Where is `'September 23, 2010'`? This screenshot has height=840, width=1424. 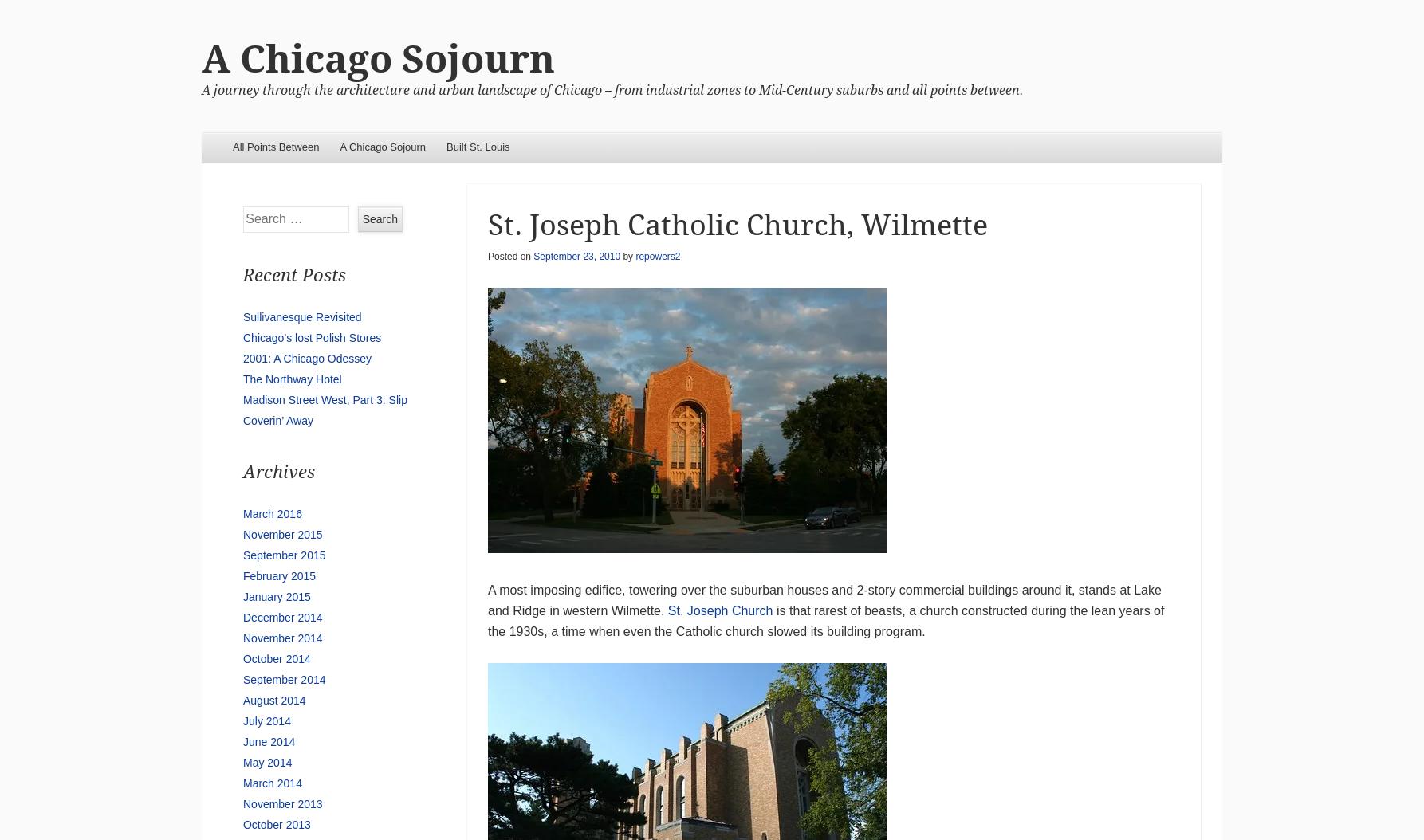 'September 23, 2010' is located at coordinates (533, 256).